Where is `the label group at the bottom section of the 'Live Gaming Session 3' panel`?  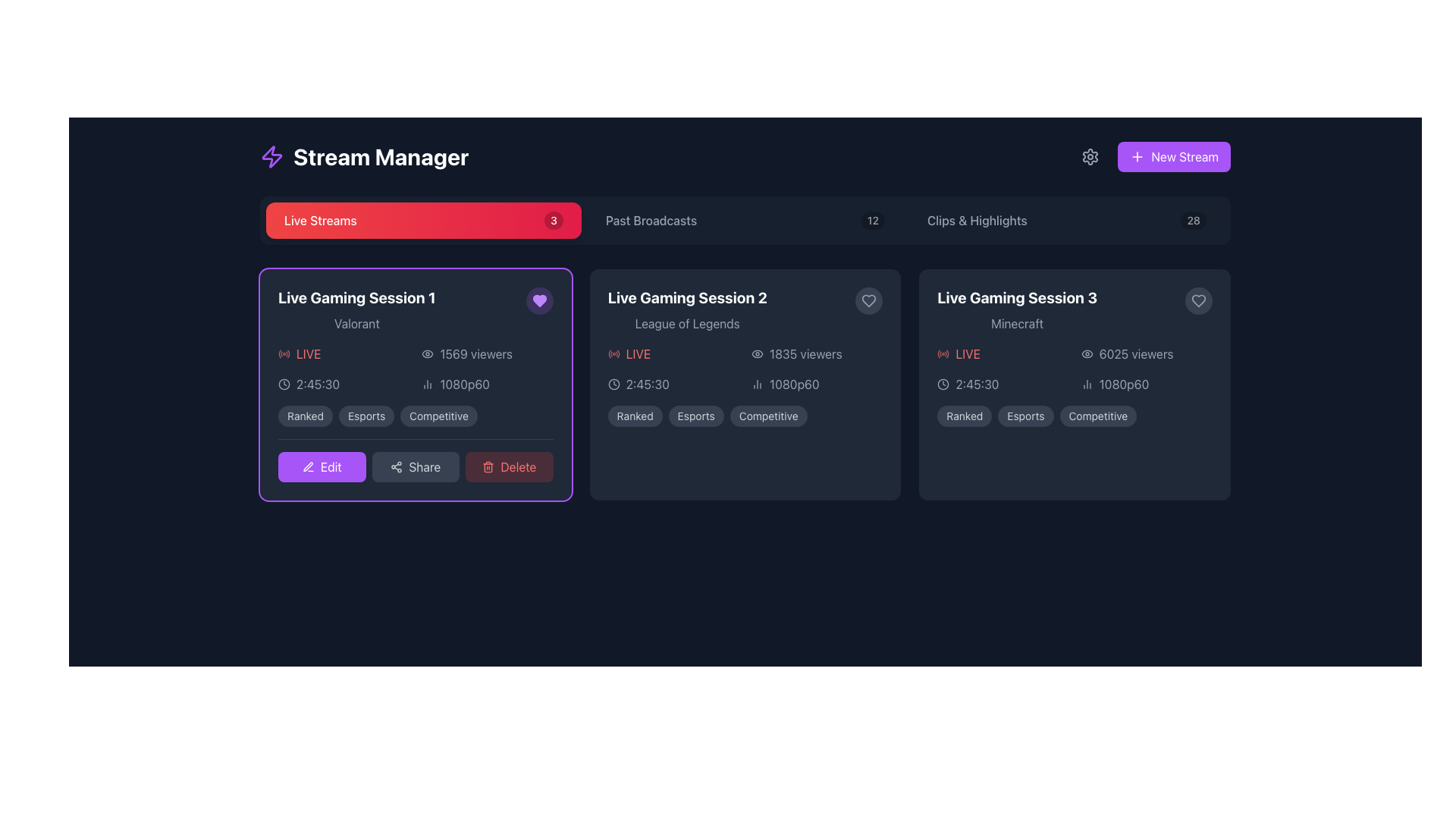
the label group at the bottom section of the 'Live Gaming Session 3' panel is located at coordinates (1074, 416).